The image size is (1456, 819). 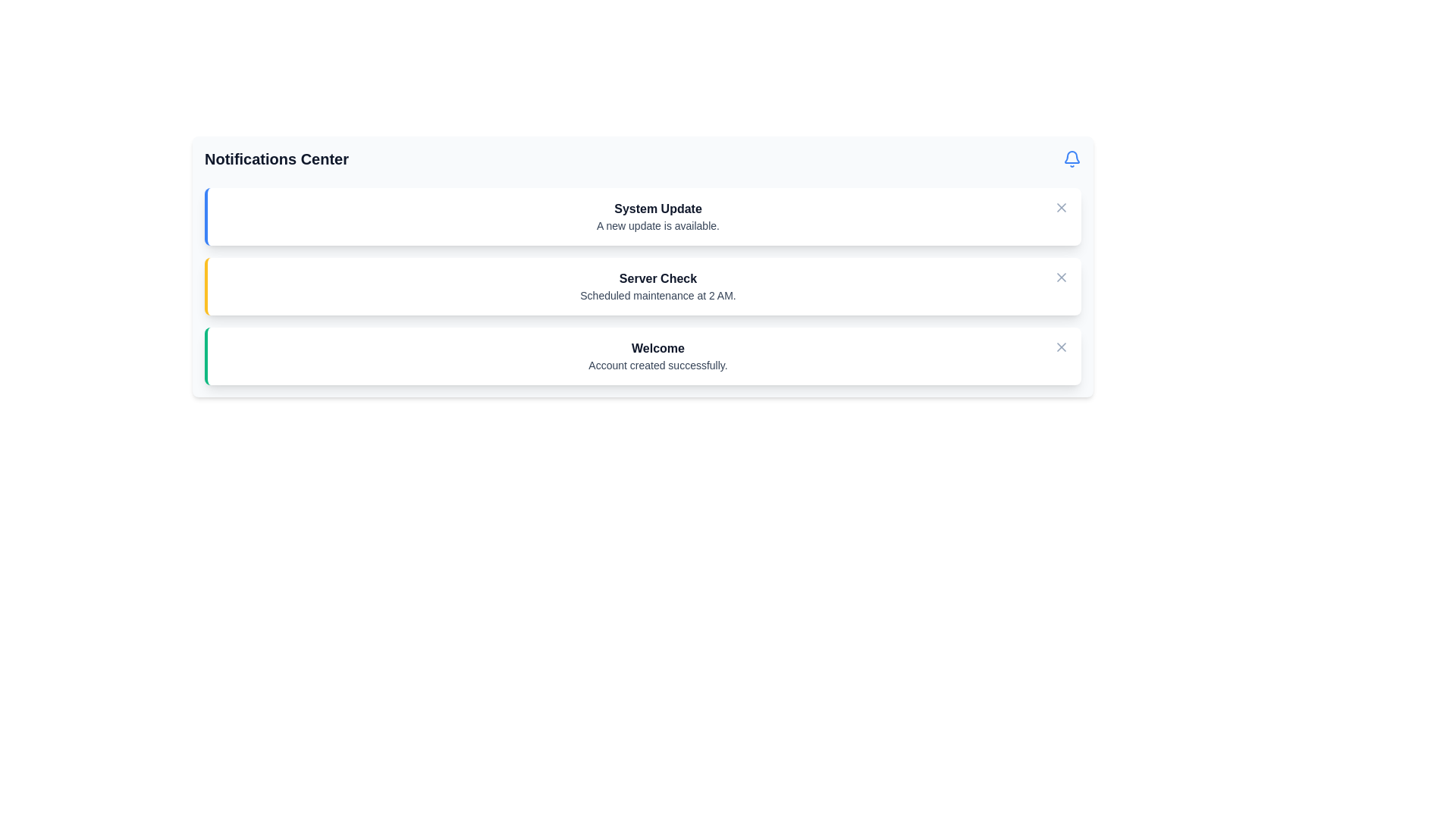 I want to click on bolded text label 'Server Check' which is styled in dark slate gray and positioned prominently in the notifications center, specifically in the second notification item above the text 'Scheduled maintenance at 2 AM.', so click(x=658, y=278).